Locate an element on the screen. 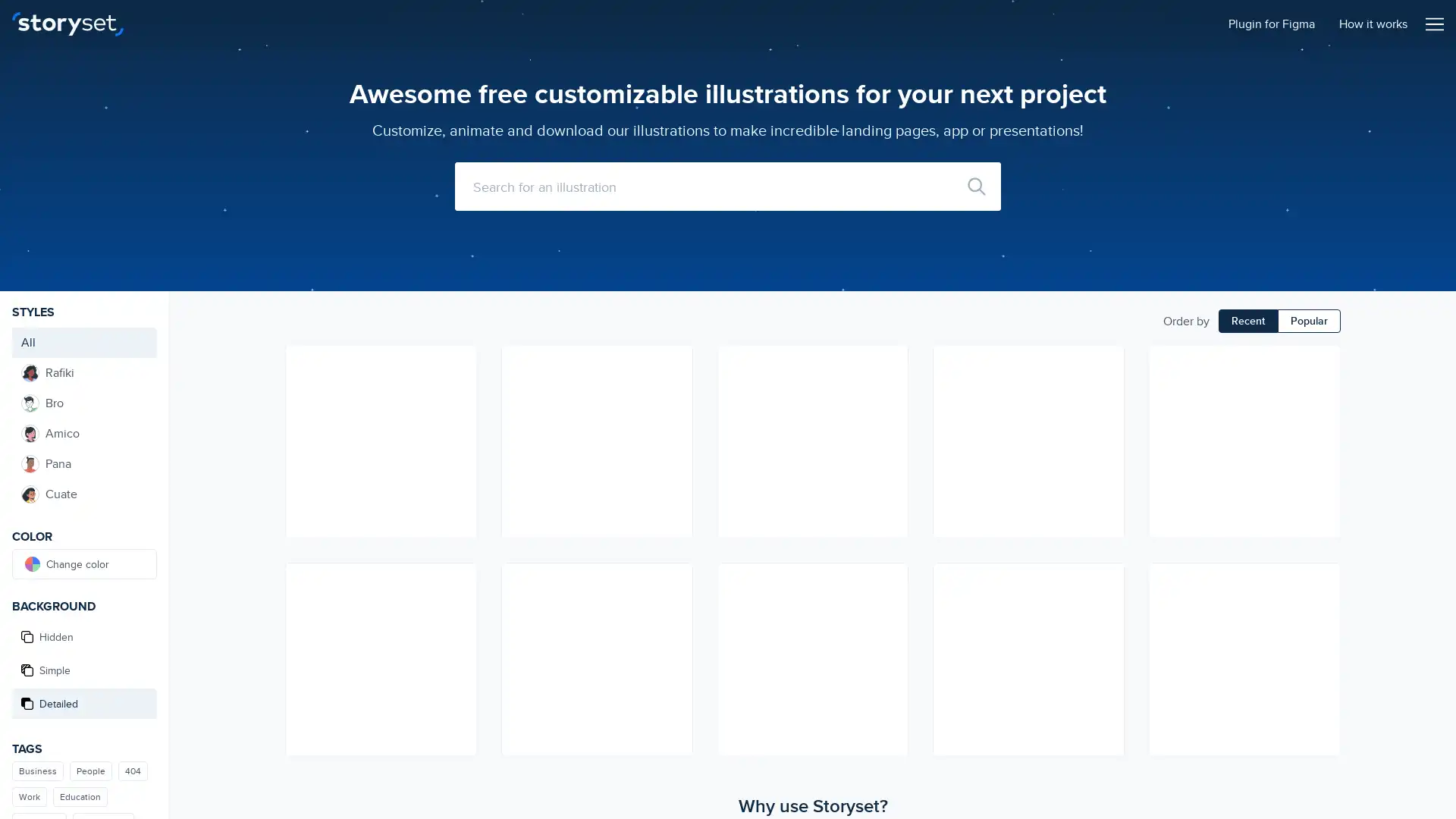 The height and width of the screenshot is (819, 1456). download icon Download is located at coordinates (1106, 607).